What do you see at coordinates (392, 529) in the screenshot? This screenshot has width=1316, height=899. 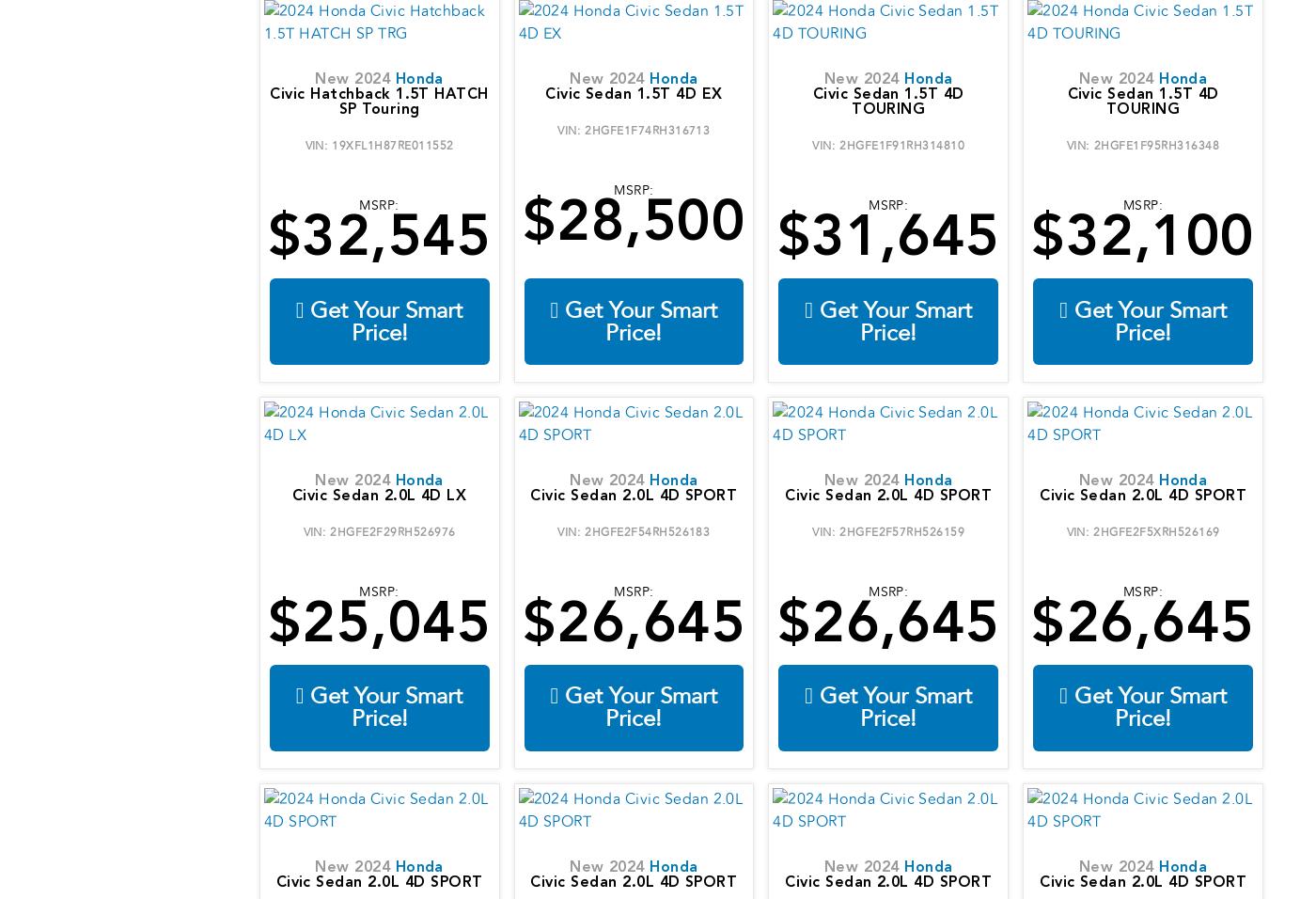 I see `'2HGFE2F29RH526976'` at bounding box center [392, 529].